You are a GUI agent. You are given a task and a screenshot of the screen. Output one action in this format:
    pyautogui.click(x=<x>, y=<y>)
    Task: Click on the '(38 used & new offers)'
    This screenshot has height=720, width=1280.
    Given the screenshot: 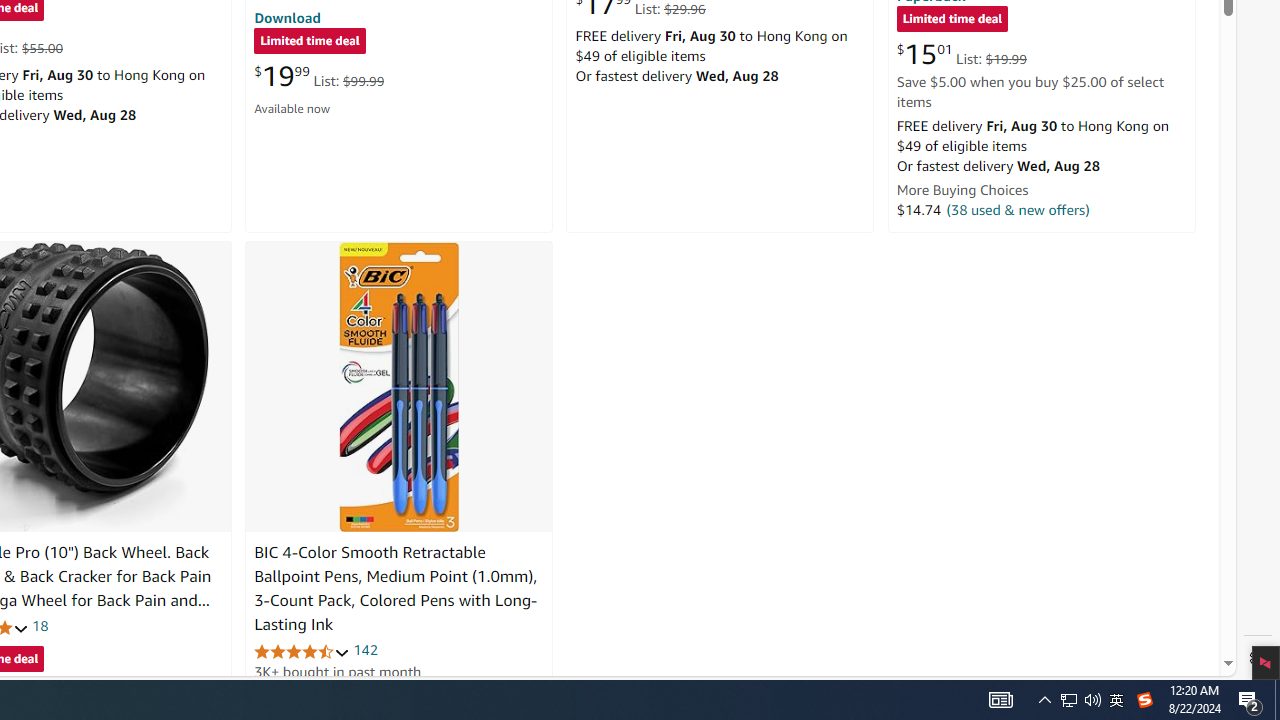 What is the action you would take?
    pyautogui.click(x=1018, y=209)
    